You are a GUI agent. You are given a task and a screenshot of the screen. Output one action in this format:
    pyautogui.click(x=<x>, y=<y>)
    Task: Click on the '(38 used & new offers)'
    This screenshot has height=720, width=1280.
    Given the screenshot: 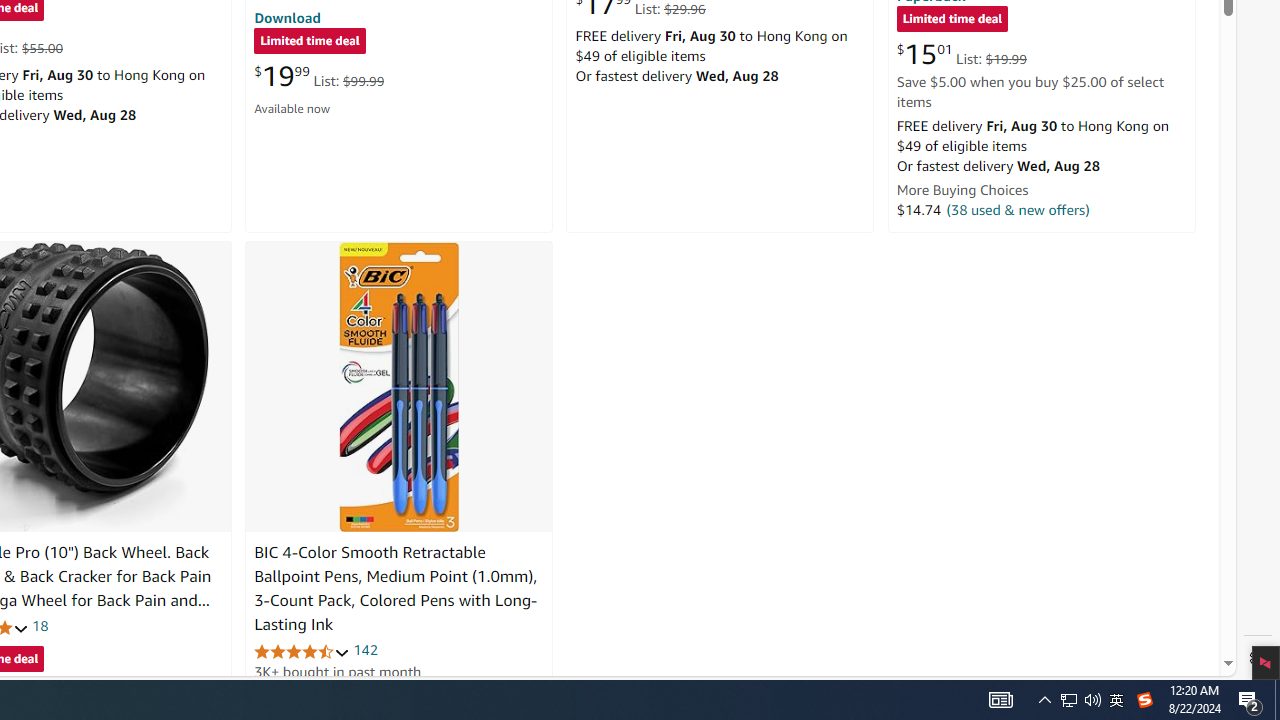 What is the action you would take?
    pyautogui.click(x=1018, y=209)
    